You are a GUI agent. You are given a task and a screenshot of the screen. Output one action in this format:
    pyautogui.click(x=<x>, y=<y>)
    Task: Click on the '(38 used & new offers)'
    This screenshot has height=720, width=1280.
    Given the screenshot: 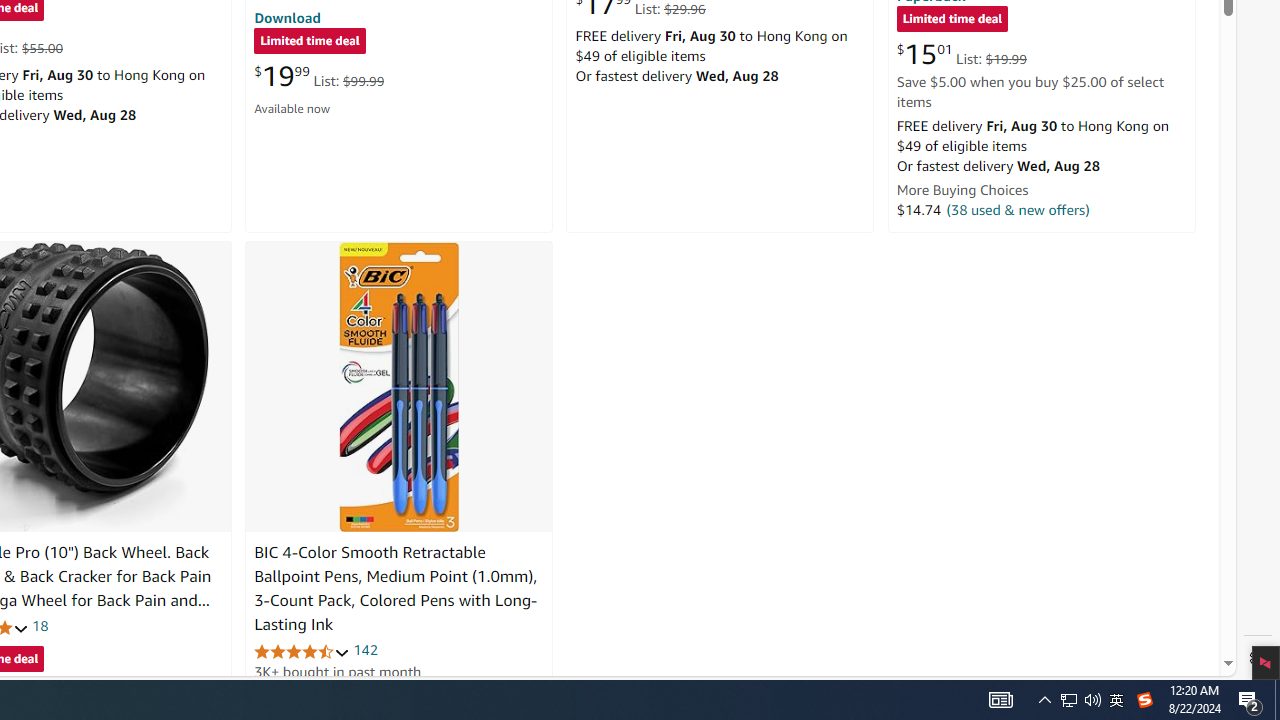 What is the action you would take?
    pyautogui.click(x=1018, y=209)
    